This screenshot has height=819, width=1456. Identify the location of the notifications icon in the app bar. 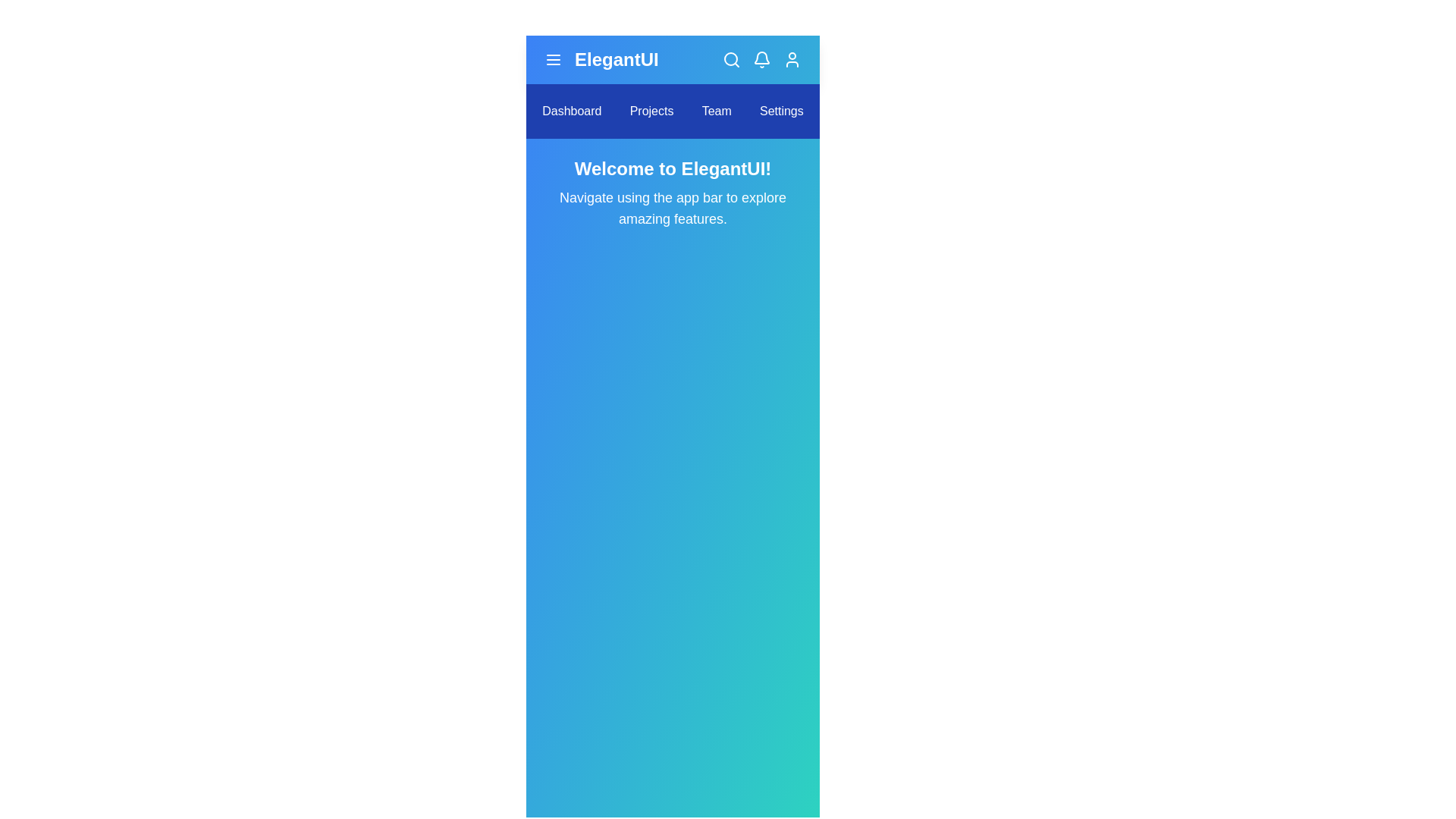
(761, 58).